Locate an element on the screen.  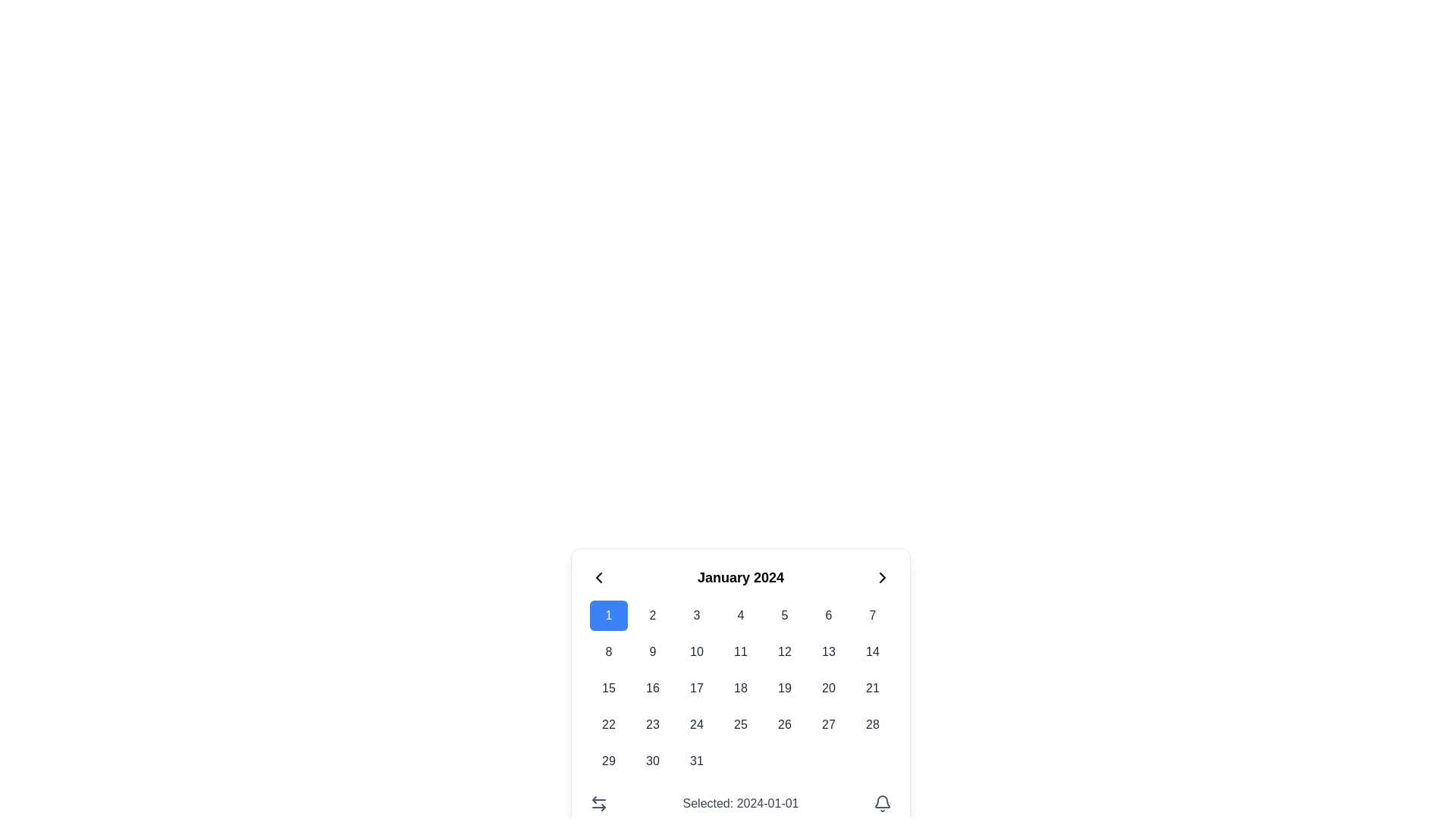
the text button representing the day in the calendar view, located at the fifth position in the first row of a 7-column layout is located at coordinates (785, 616).